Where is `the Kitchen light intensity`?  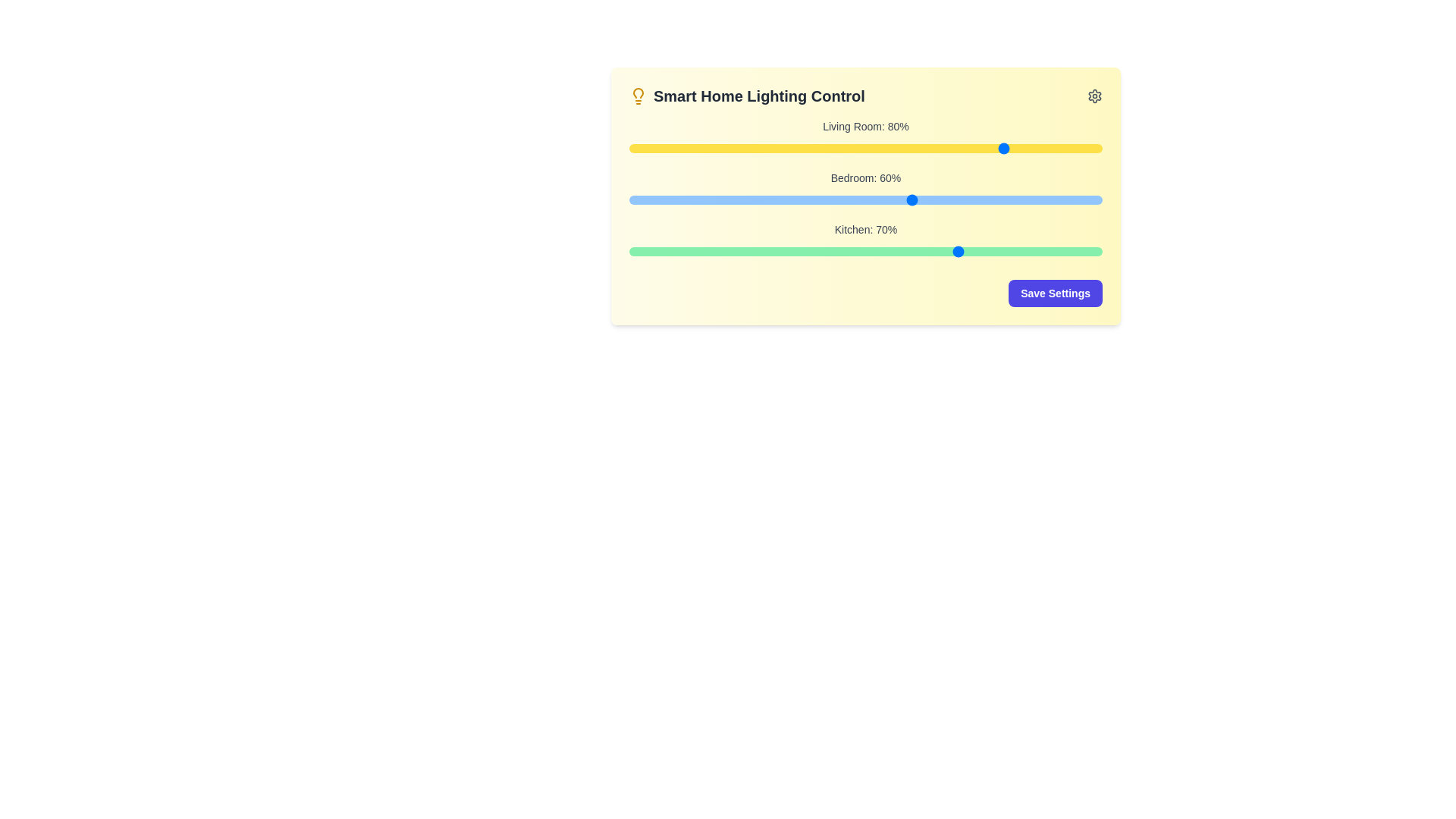
the Kitchen light intensity is located at coordinates (899, 250).